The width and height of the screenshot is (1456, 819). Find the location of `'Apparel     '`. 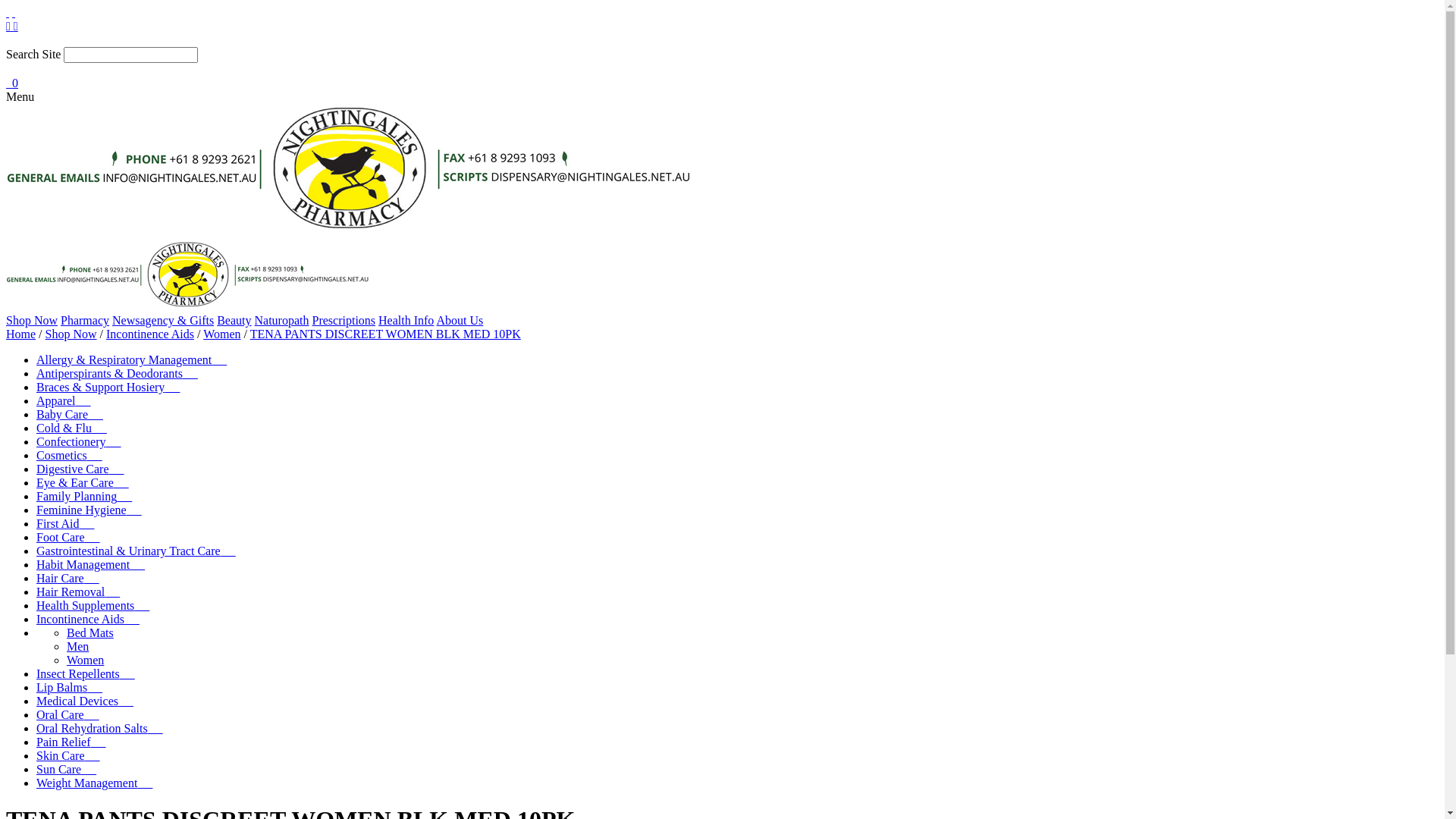

'Apparel     ' is located at coordinates (62, 400).